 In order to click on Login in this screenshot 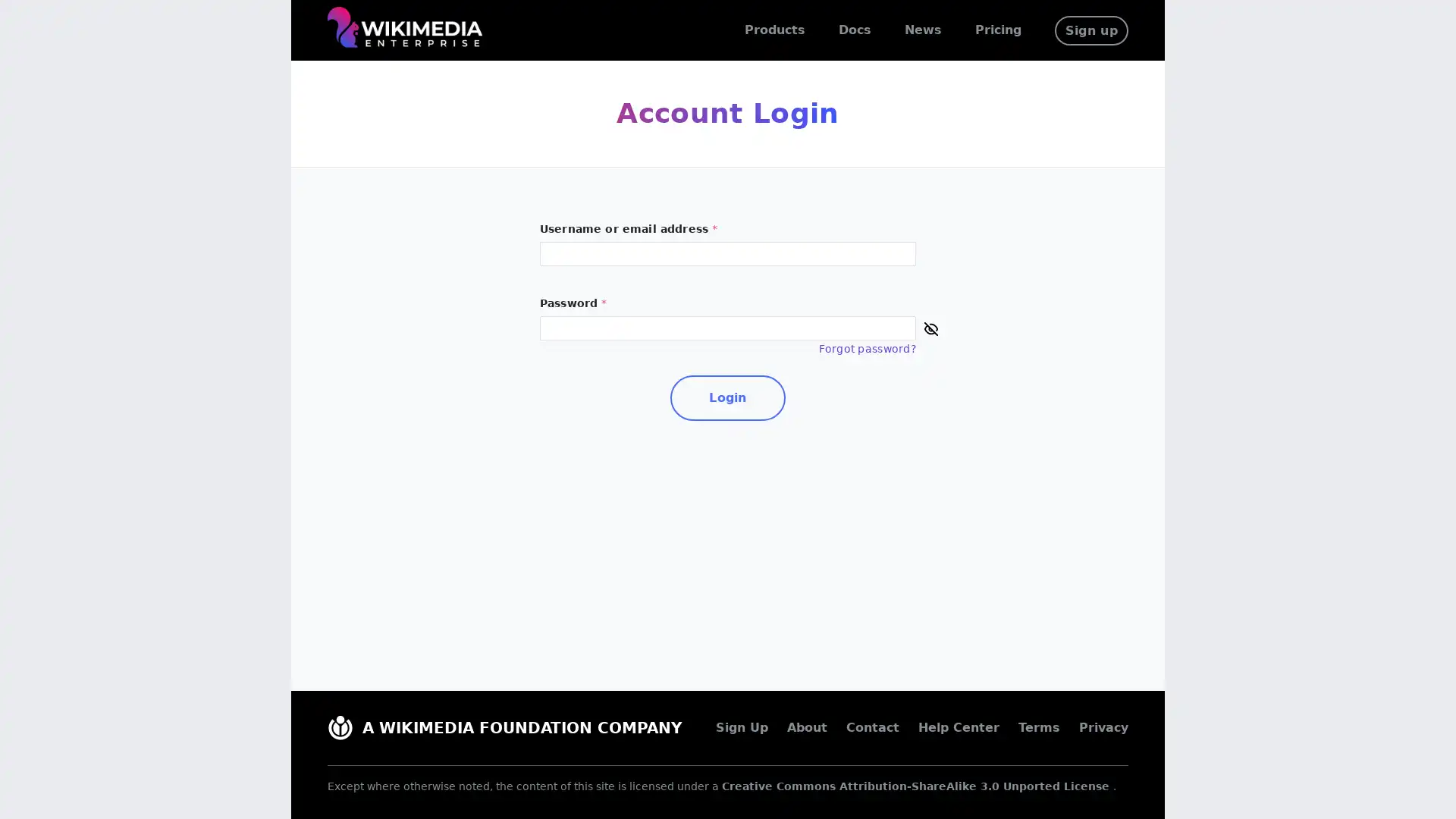, I will do `click(728, 397)`.